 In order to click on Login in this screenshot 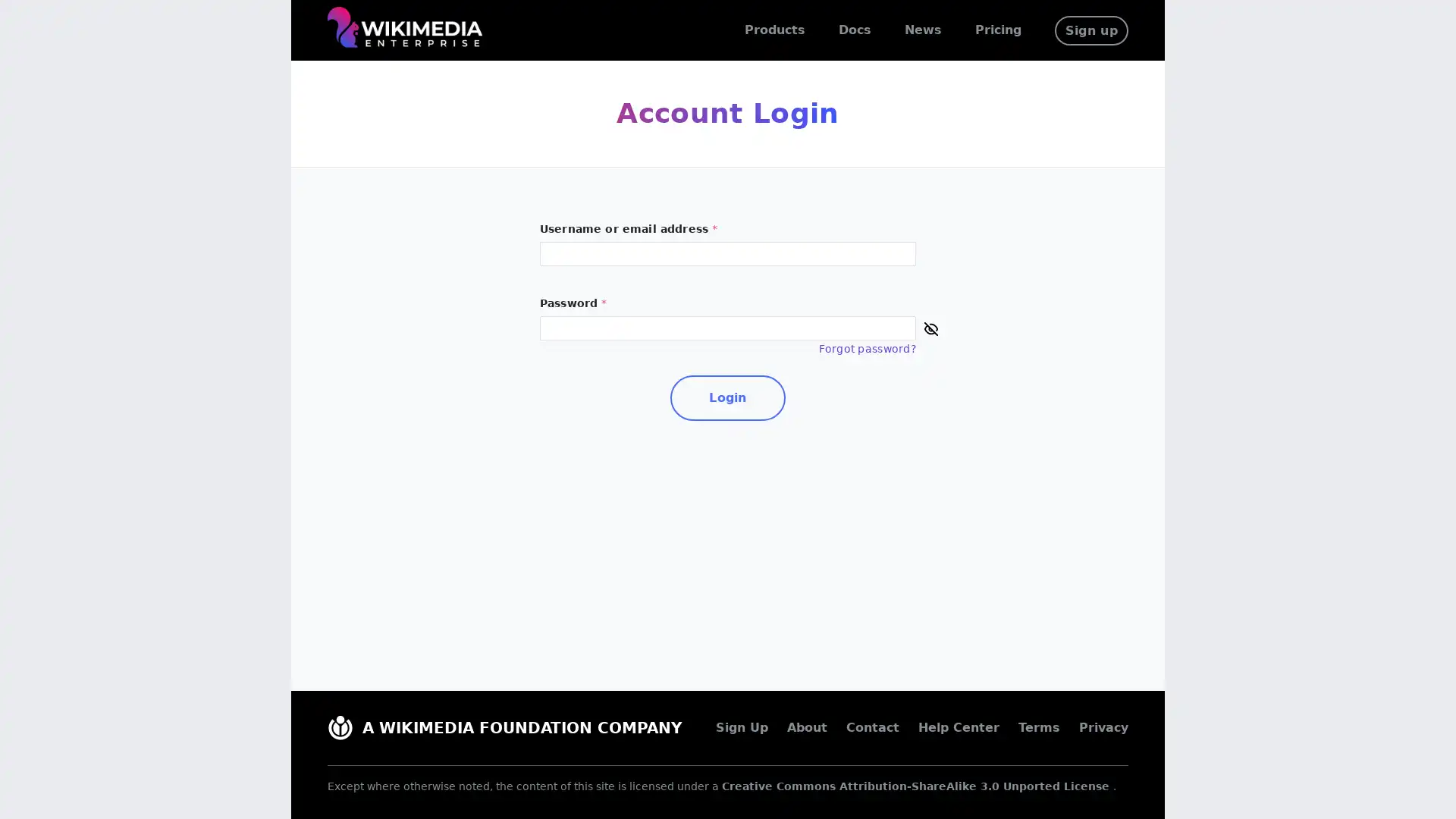, I will do `click(728, 397)`.